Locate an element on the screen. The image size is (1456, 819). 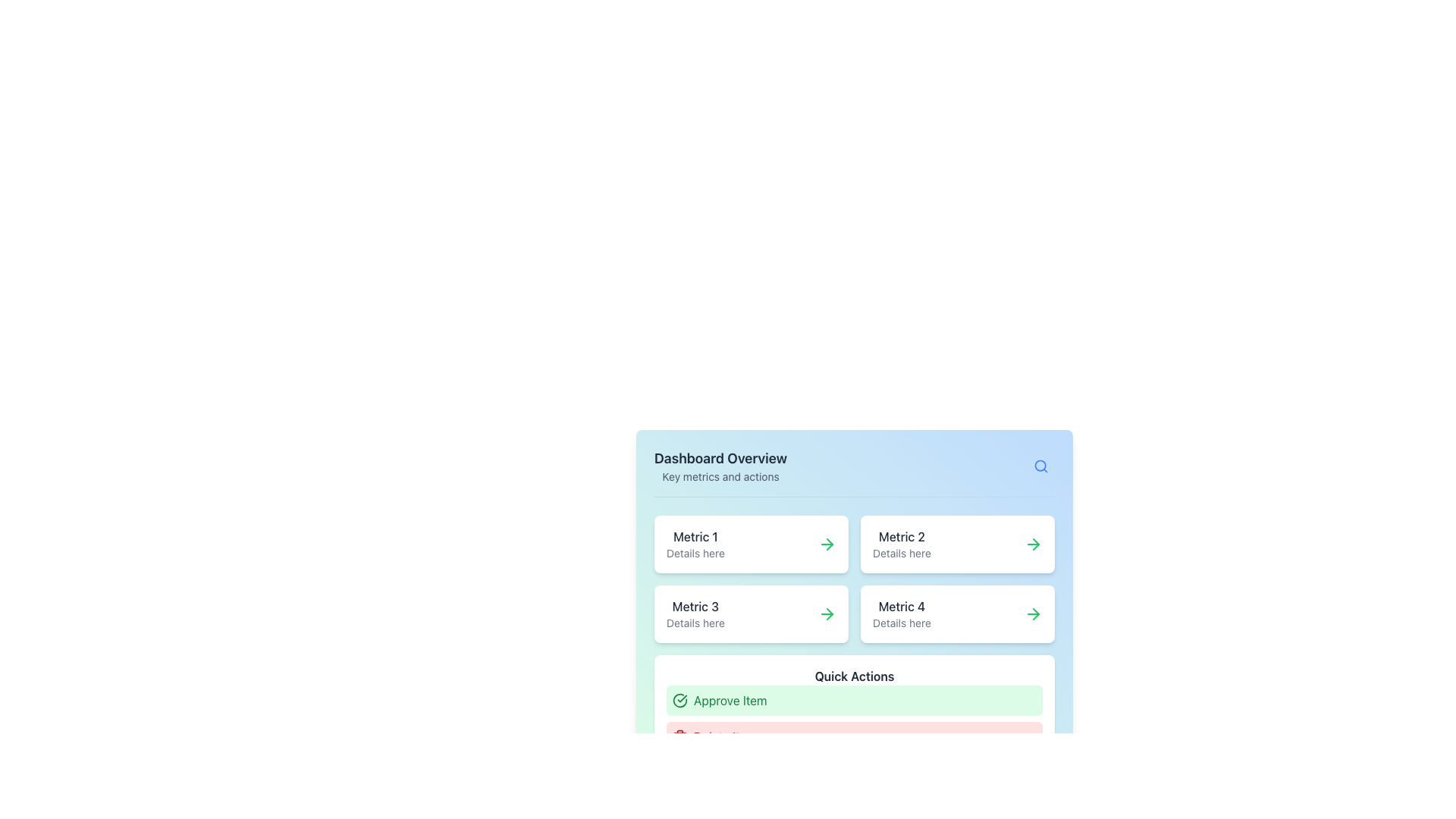
the magnifying glass icon button located in the top right corner of the blue header section is located at coordinates (1040, 465).